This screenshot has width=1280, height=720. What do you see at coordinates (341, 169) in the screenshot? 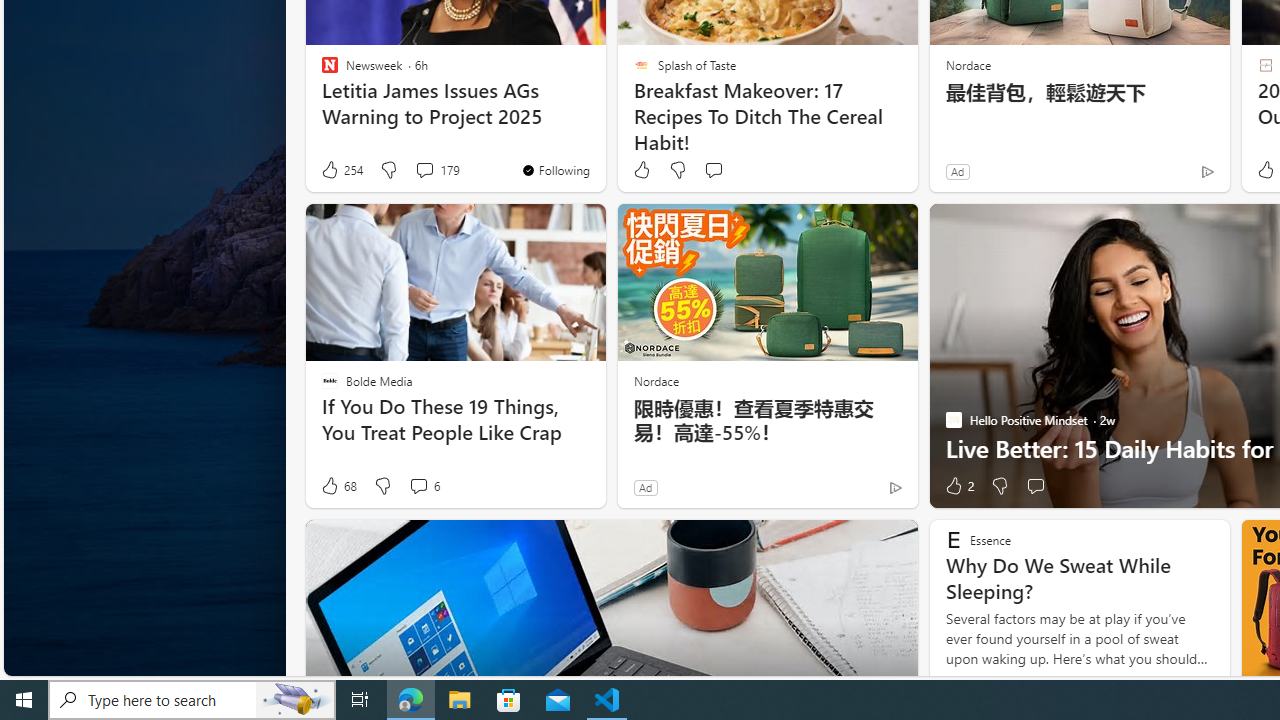
I see `'254 Like'` at bounding box center [341, 169].